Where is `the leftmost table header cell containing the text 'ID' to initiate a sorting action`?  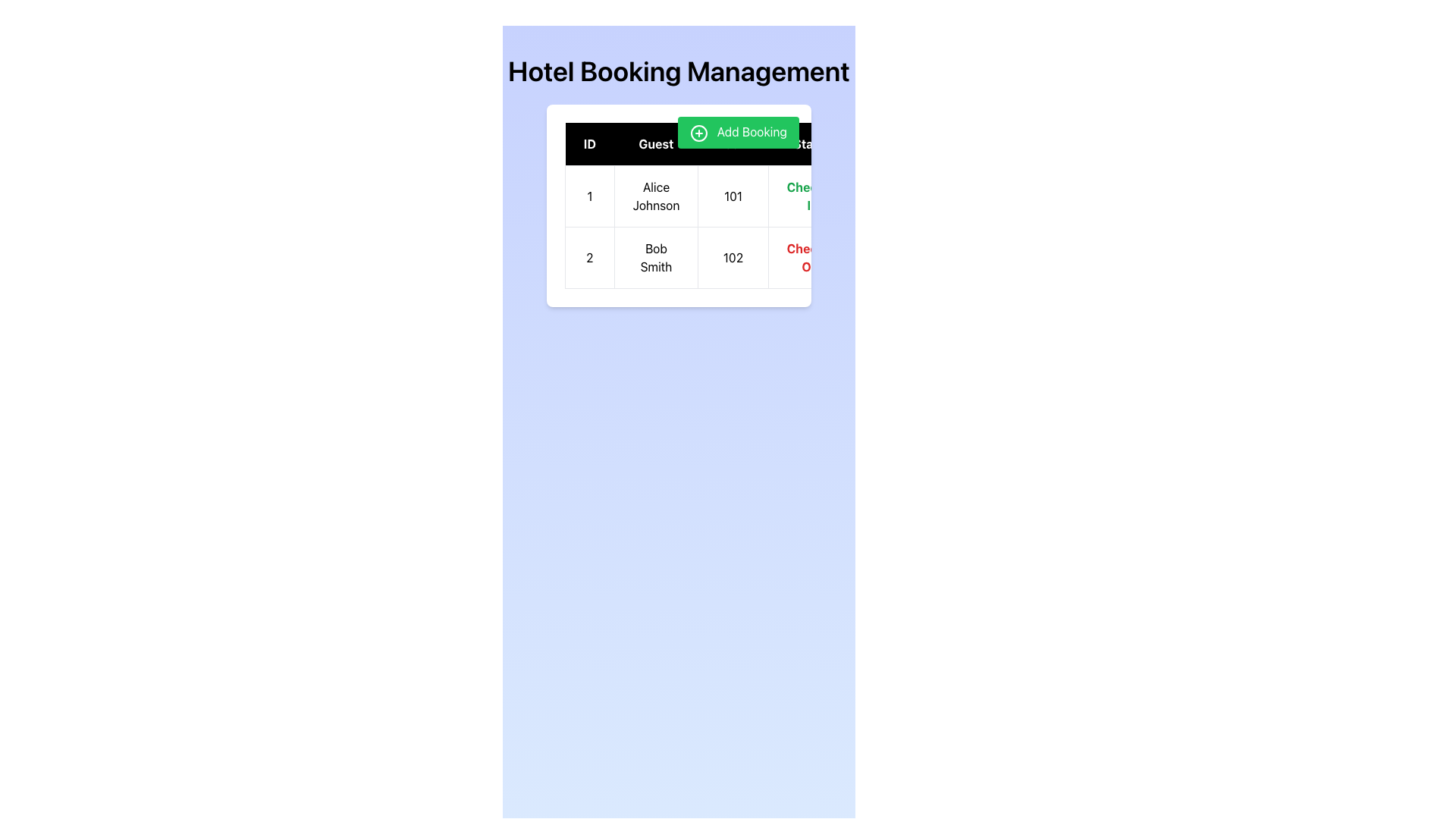 the leftmost table header cell containing the text 'ID' to initiate a sorting action is located at coordinates (588, 144).